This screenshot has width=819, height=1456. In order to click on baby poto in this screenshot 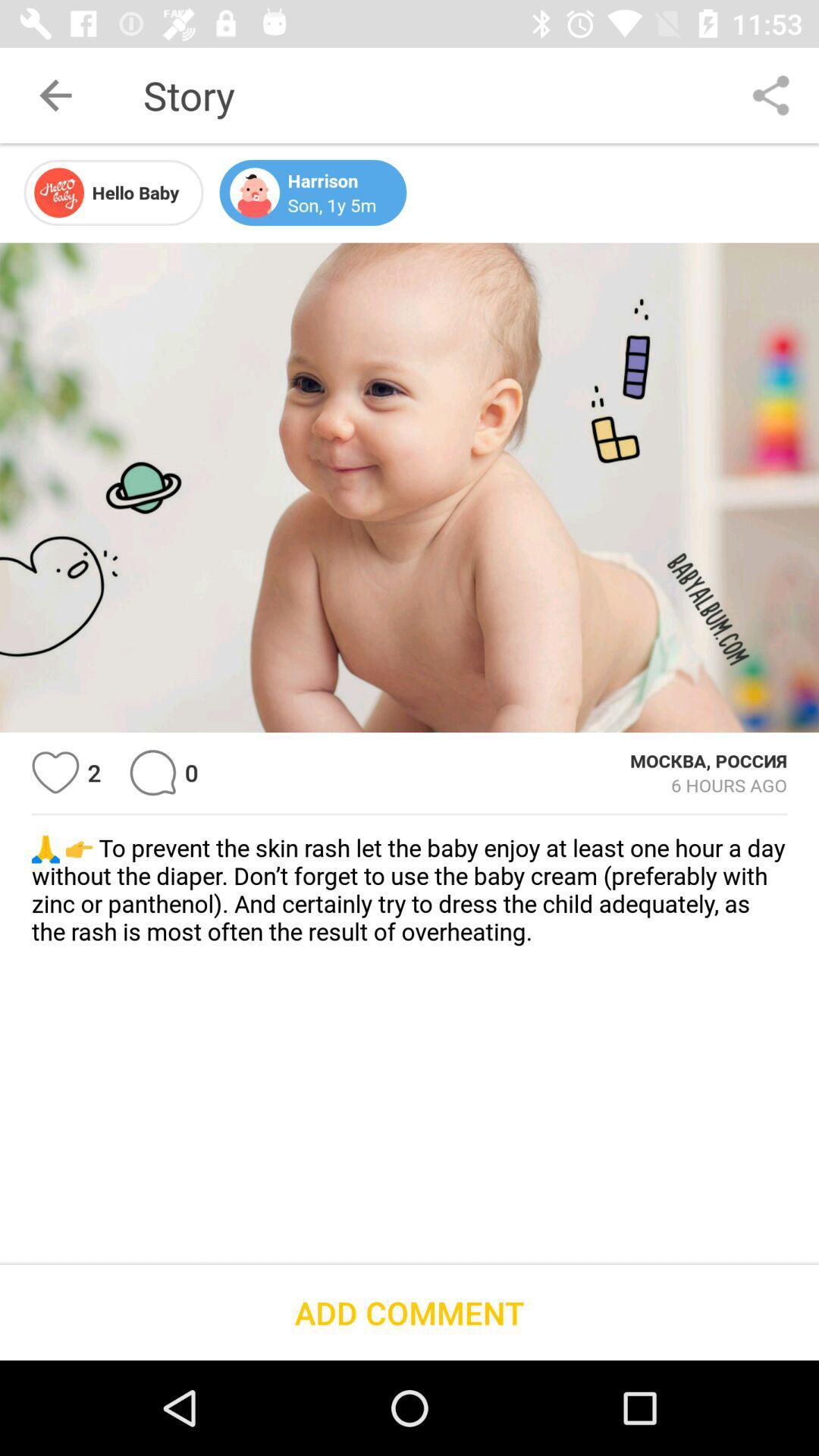, I will do `click(409, 488)`.